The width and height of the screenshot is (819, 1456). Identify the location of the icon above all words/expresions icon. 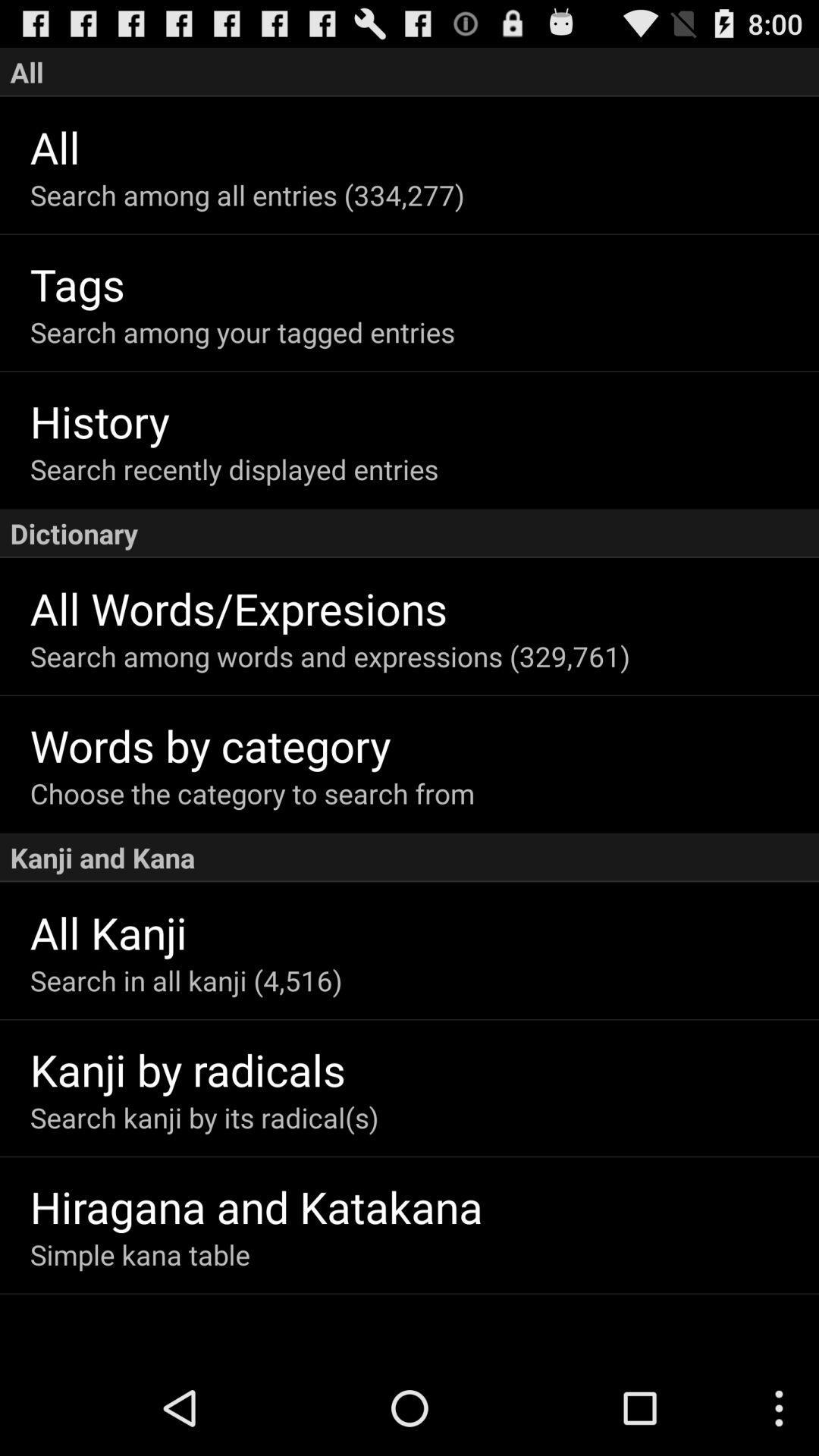
(409, 533).